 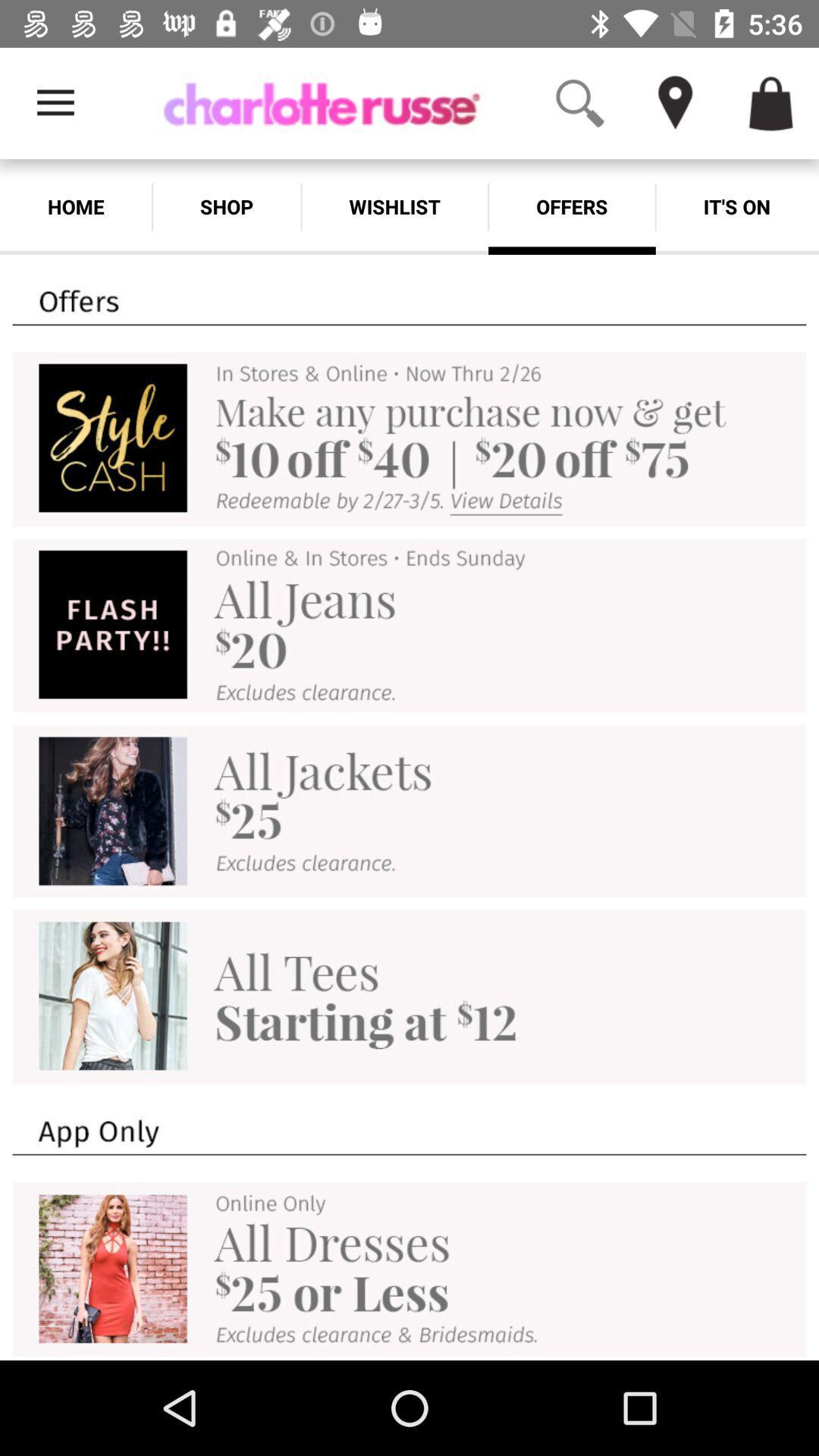 What do you see at coordinates (394, 206) in the screenshot?
I see `app next to shop app` at bounding box center [394, 206].